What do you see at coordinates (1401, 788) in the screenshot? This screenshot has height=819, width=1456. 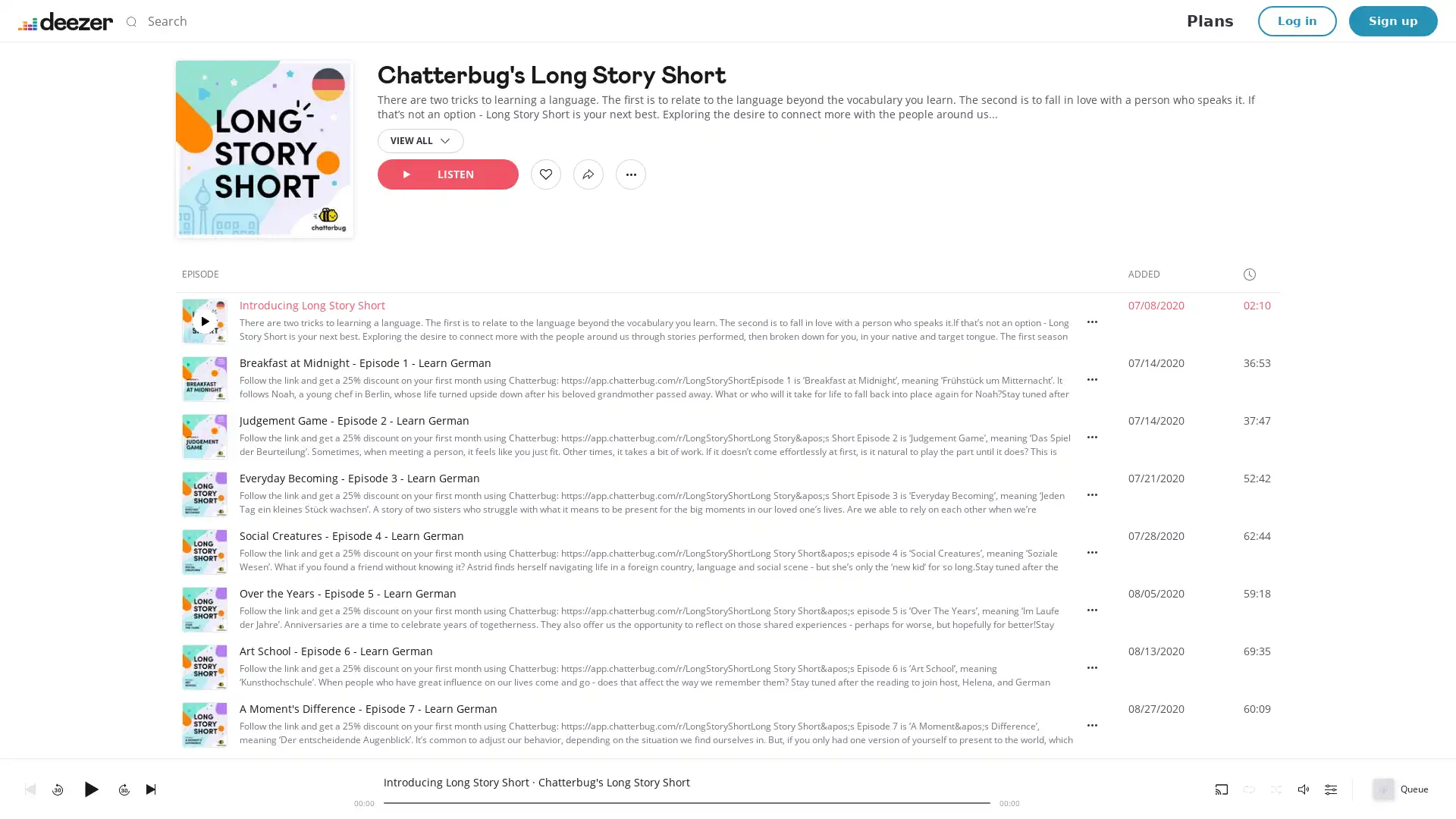 I see `Queue` at bounding box center [1401, 788].